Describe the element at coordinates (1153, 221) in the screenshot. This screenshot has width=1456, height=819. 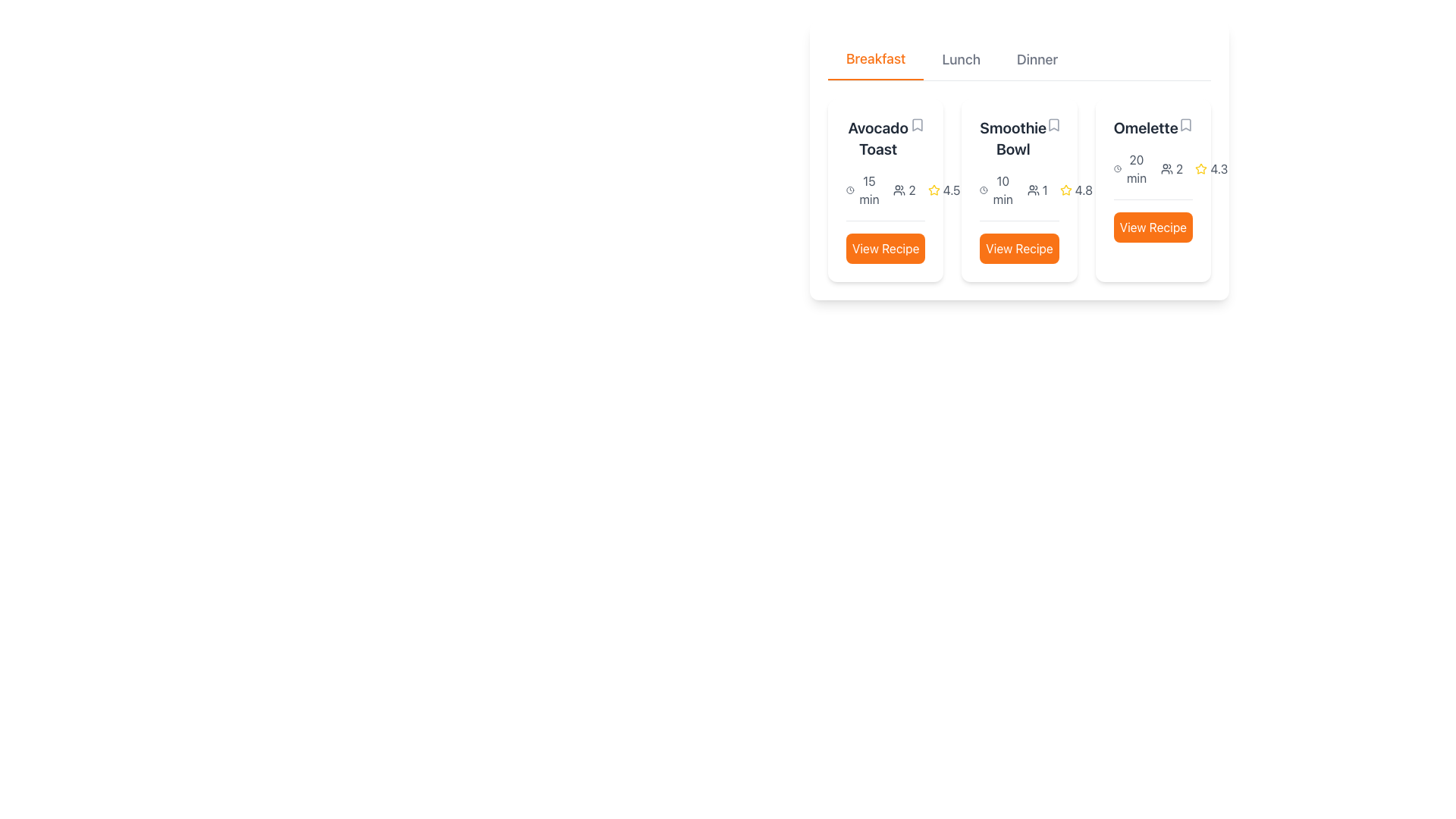
I see `the button located at the bottom of the 'Omelette' card in the 'Breakfast' section to observe a visual change` at that location.